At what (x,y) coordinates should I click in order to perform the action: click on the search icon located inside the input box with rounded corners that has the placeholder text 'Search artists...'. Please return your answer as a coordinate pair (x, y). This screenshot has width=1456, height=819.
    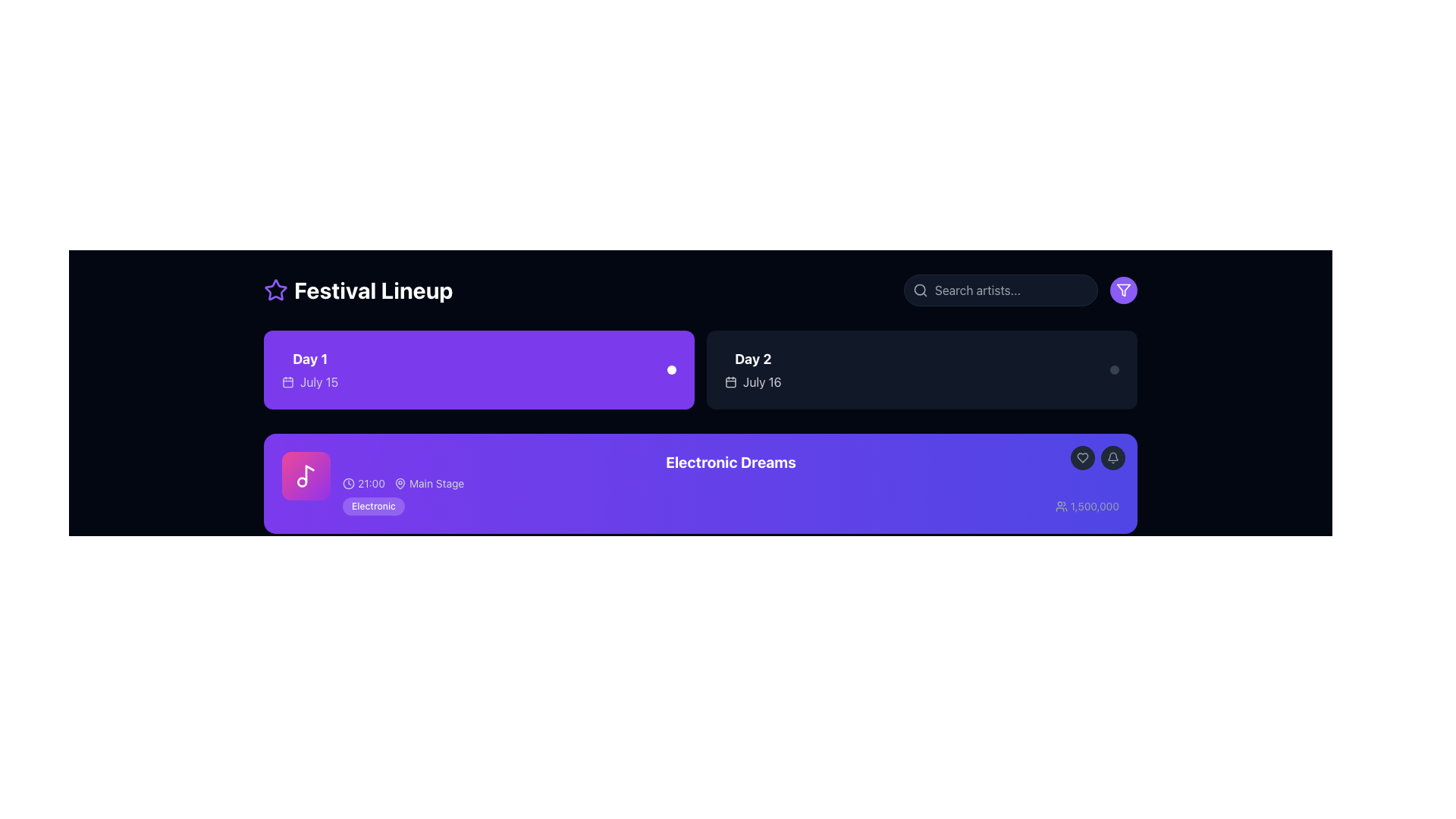
    Looking at the image, I should click on (920, 290).